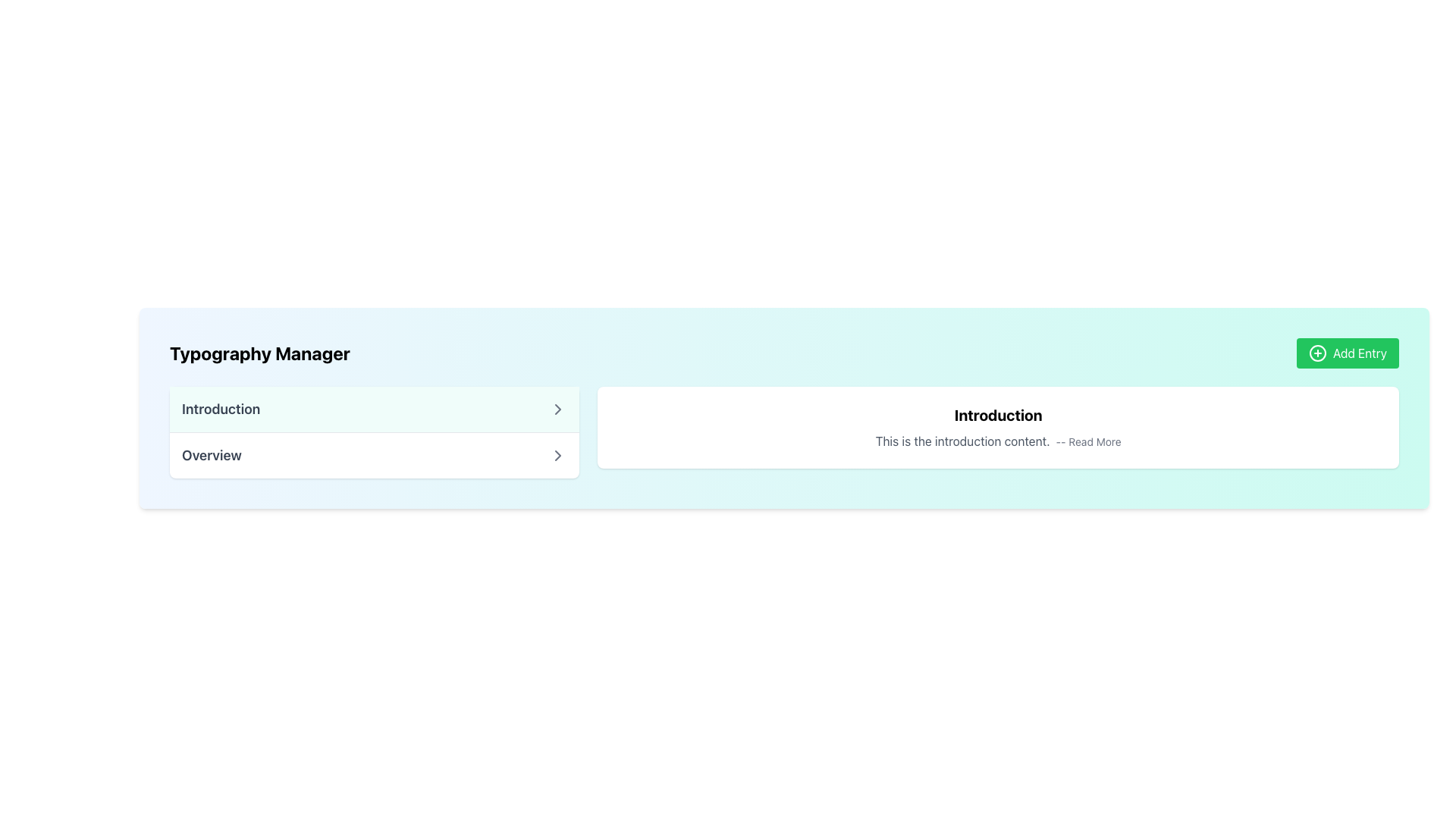  I want to click on the addition icon inside the 'Add Entry' button located at the top-right corner of the interface, so click(1316, 353).